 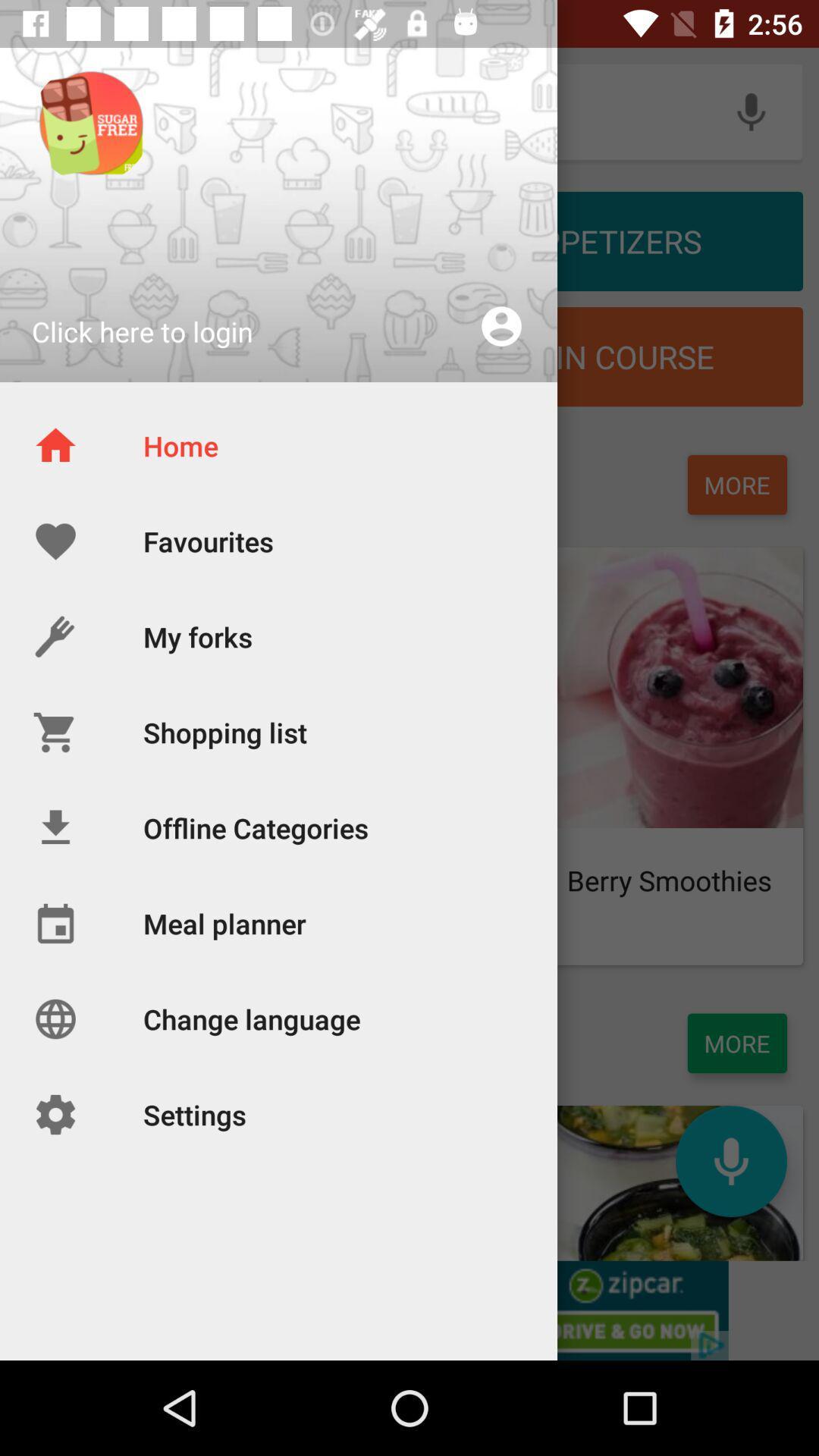 What do you see at coordinates (730, 1160) in the screenshot?
I see `the microphone icon` at bounding box center [730, 1160].